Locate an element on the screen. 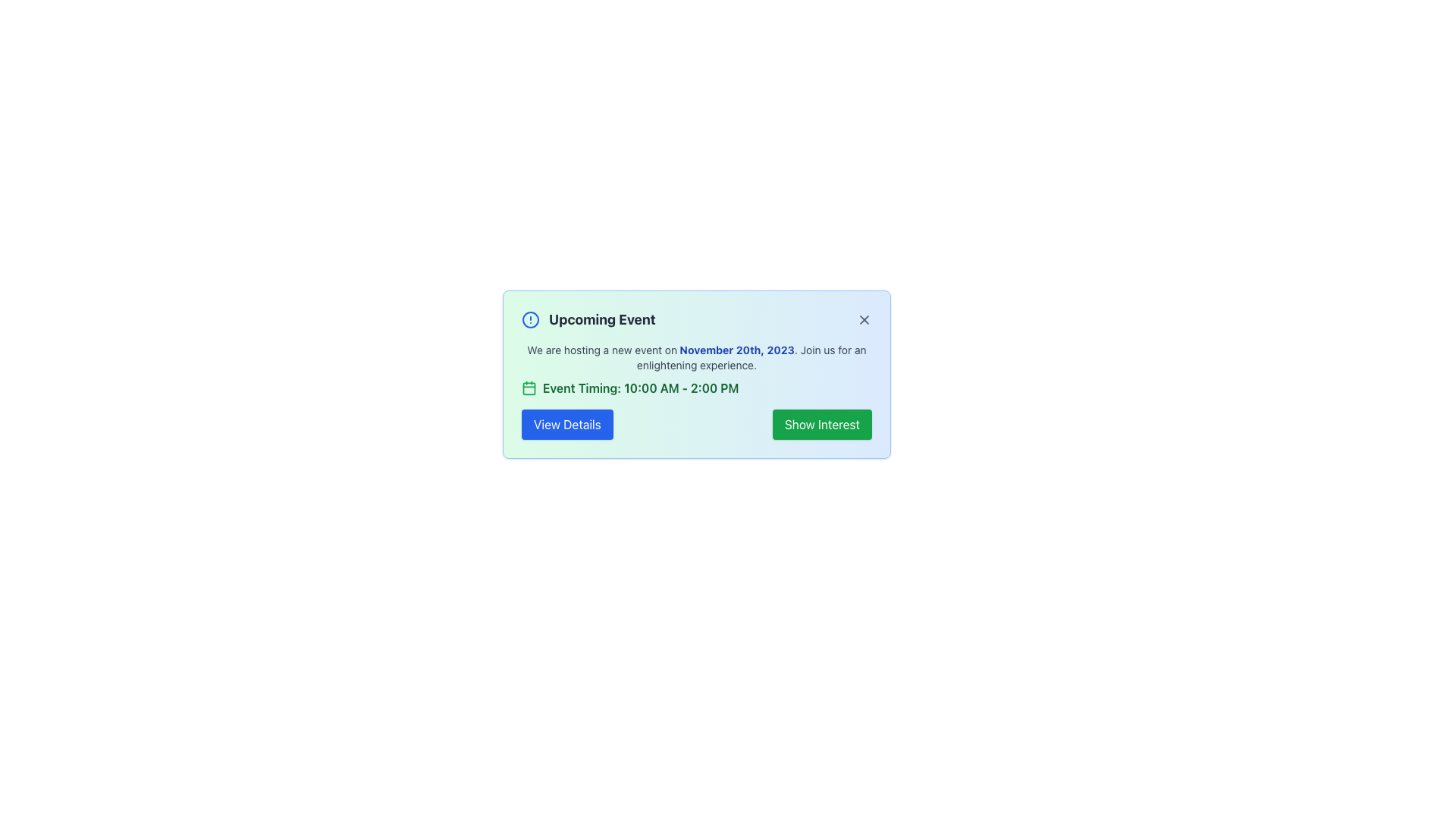 This screenshot has width=1456, height=819. the text label displaying 'Upcoming Event', which is styled with a large bold font in dark gray and is positioned to the right of a blue alert icon is located at coordinates (601, 318).